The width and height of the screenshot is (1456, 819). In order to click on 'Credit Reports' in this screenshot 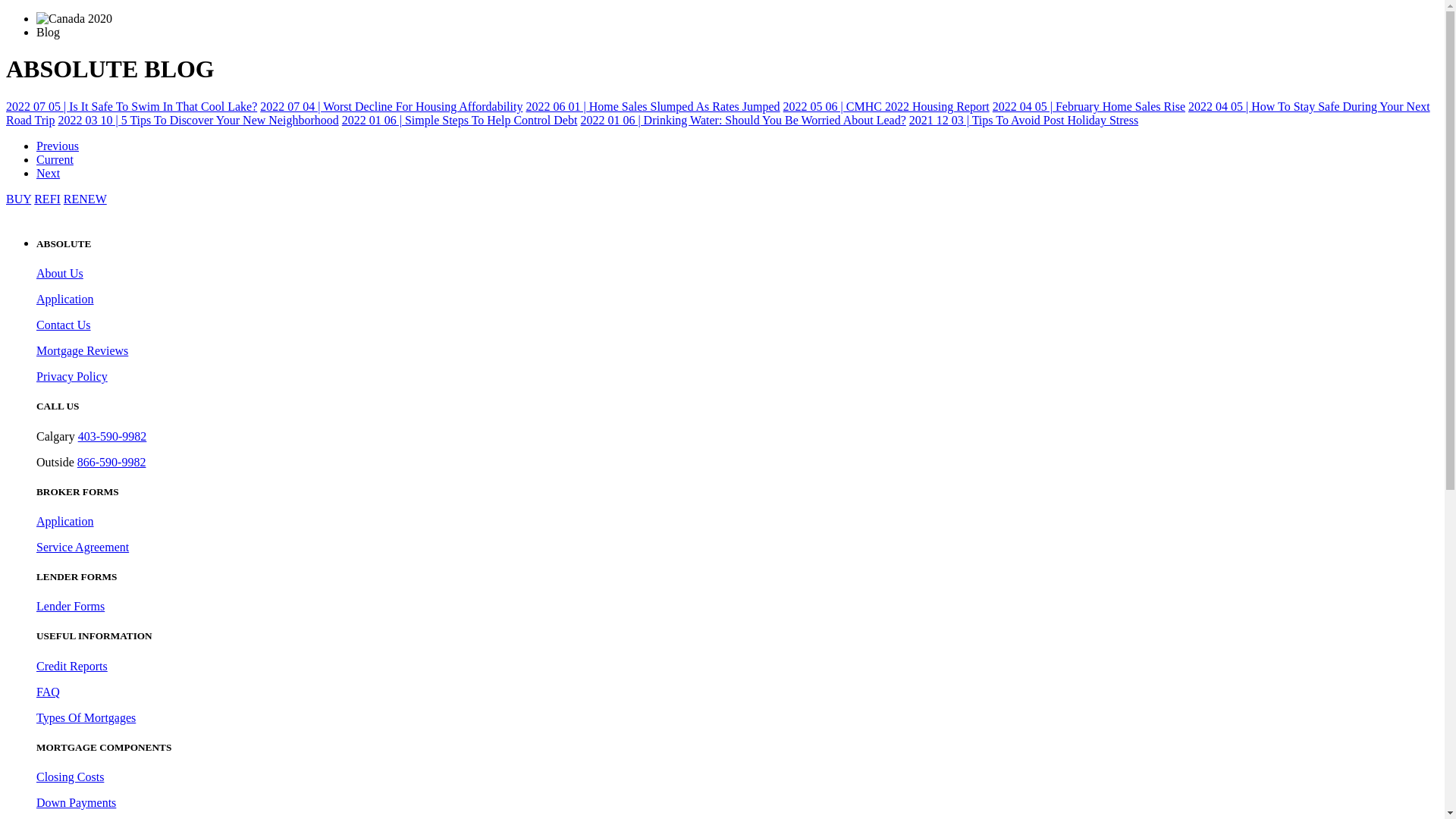, I will do `click(71, 665)`.